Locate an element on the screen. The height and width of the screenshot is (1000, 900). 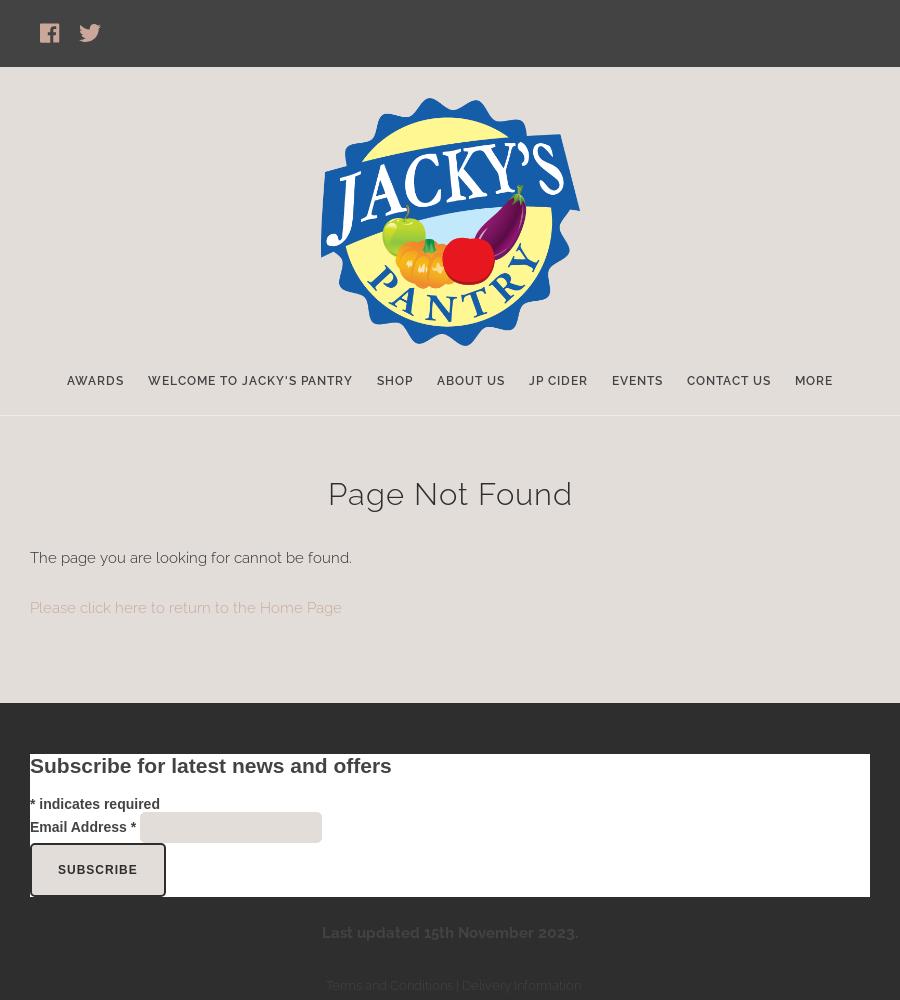
'More' is located at coordinates (813, 381).